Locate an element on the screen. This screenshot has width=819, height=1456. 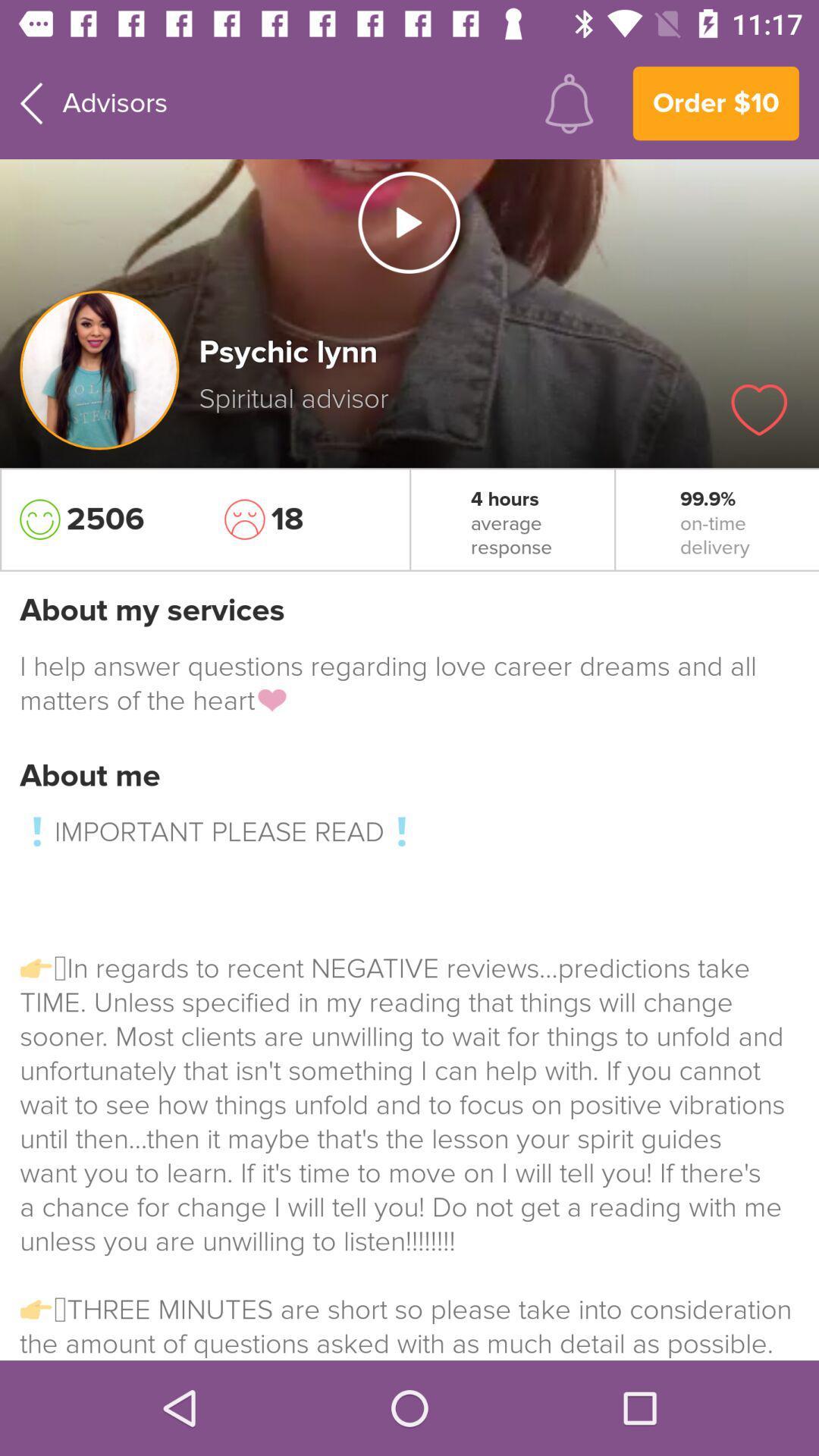
heart the persons page is located at coordinates (759, 409).